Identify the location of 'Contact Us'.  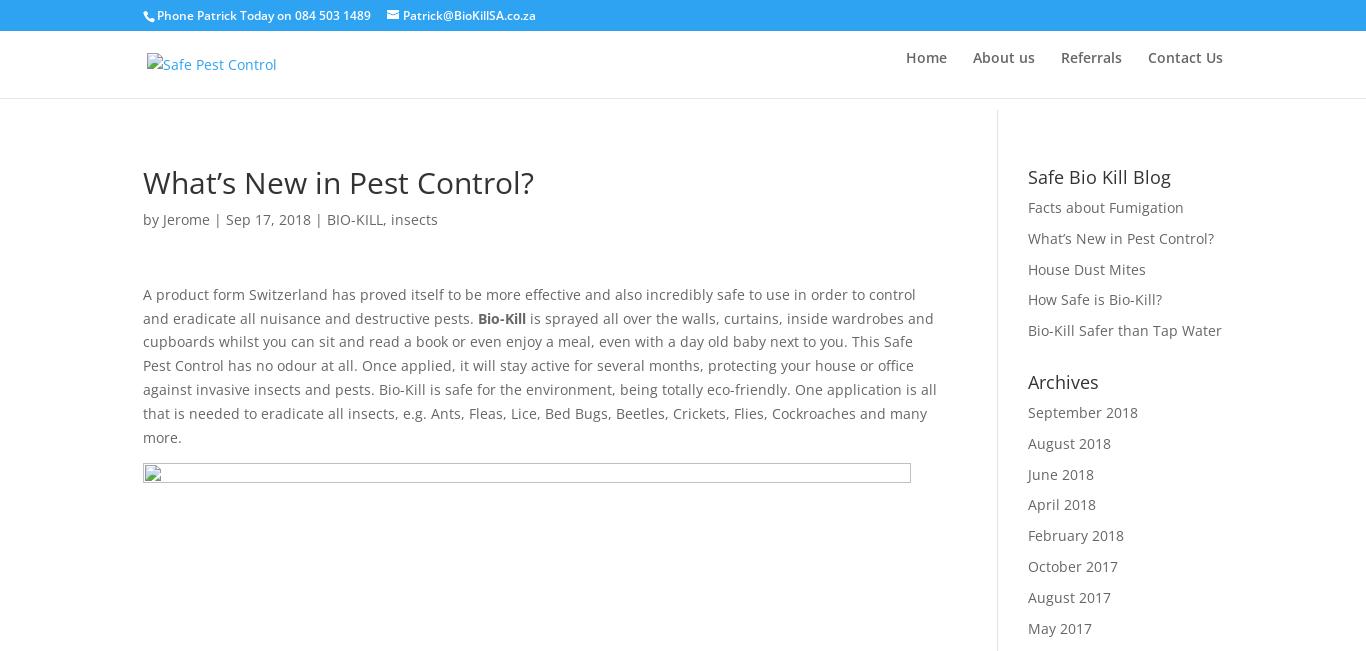
(1147, 64).